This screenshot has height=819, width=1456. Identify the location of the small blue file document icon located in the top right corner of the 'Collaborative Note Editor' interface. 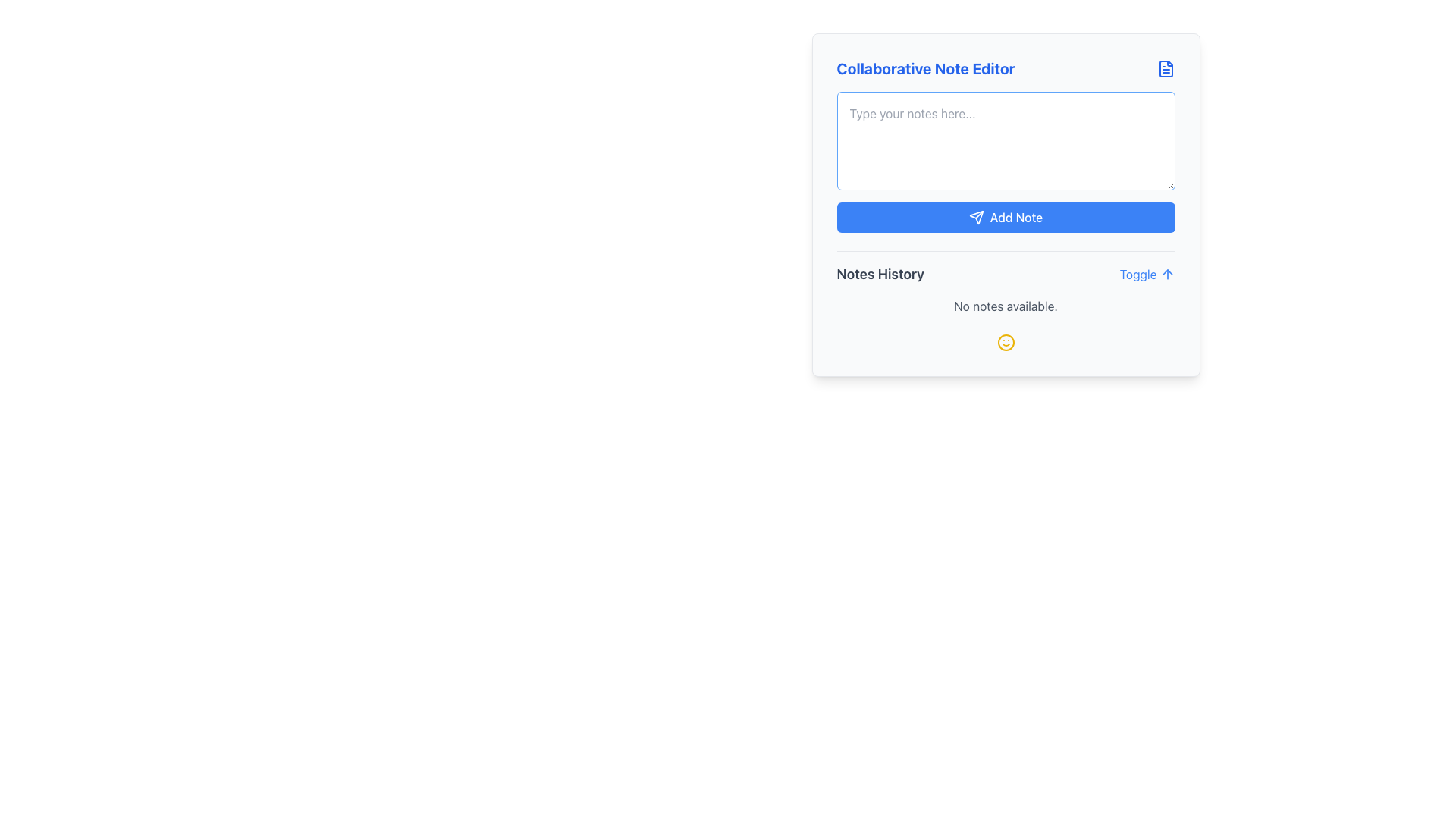
(1165, 69).